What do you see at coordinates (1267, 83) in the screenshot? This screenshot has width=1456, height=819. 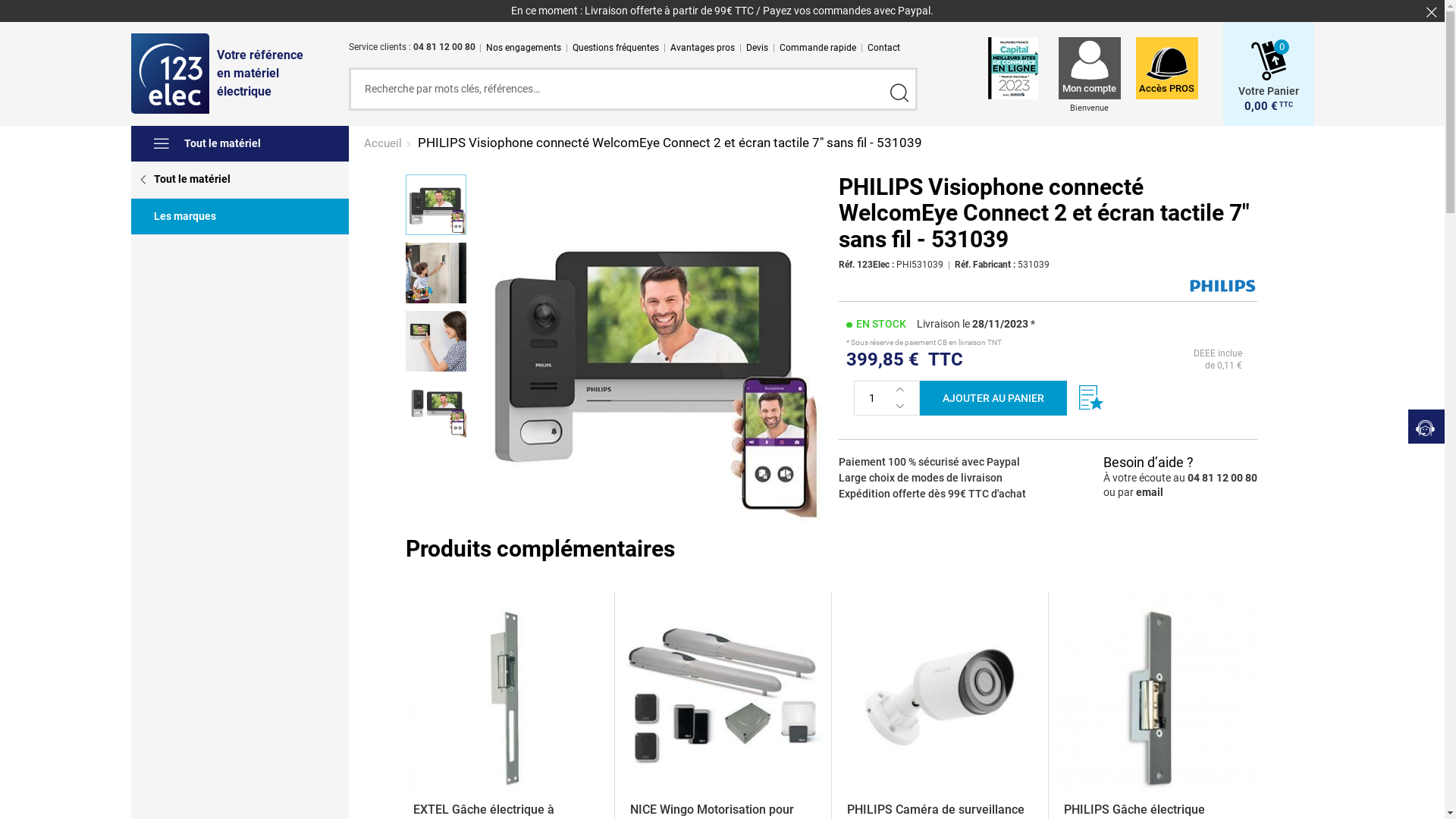 I see `'Votre Panier` at bounding box center [1267, 83].